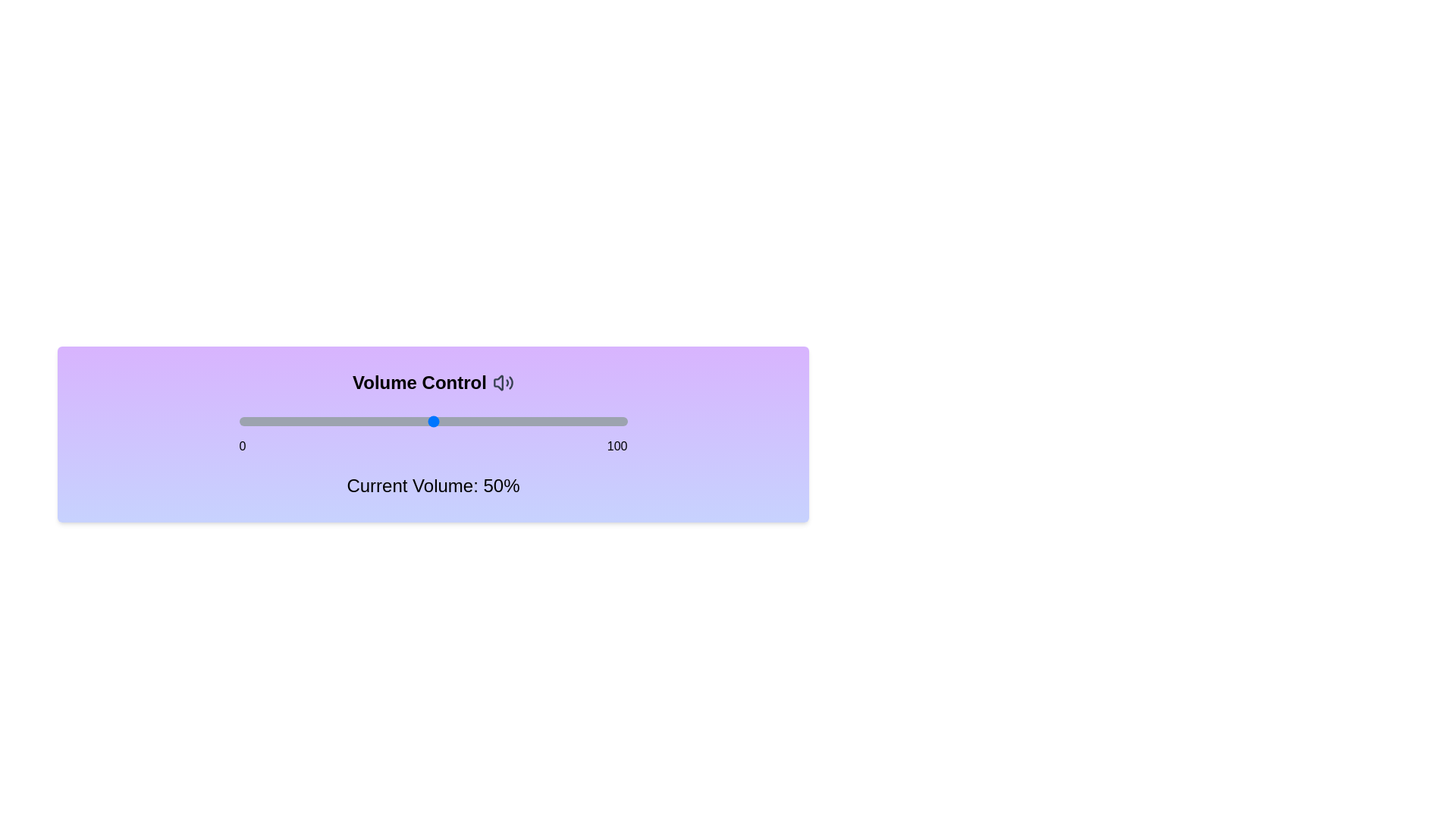 The height and width of the screenshot is (819, 1456). What do you see at coordinates (463, 421) in the screenshot?
I see `the volume to 58% by dragging the slider` at bounding box center [463, 421].